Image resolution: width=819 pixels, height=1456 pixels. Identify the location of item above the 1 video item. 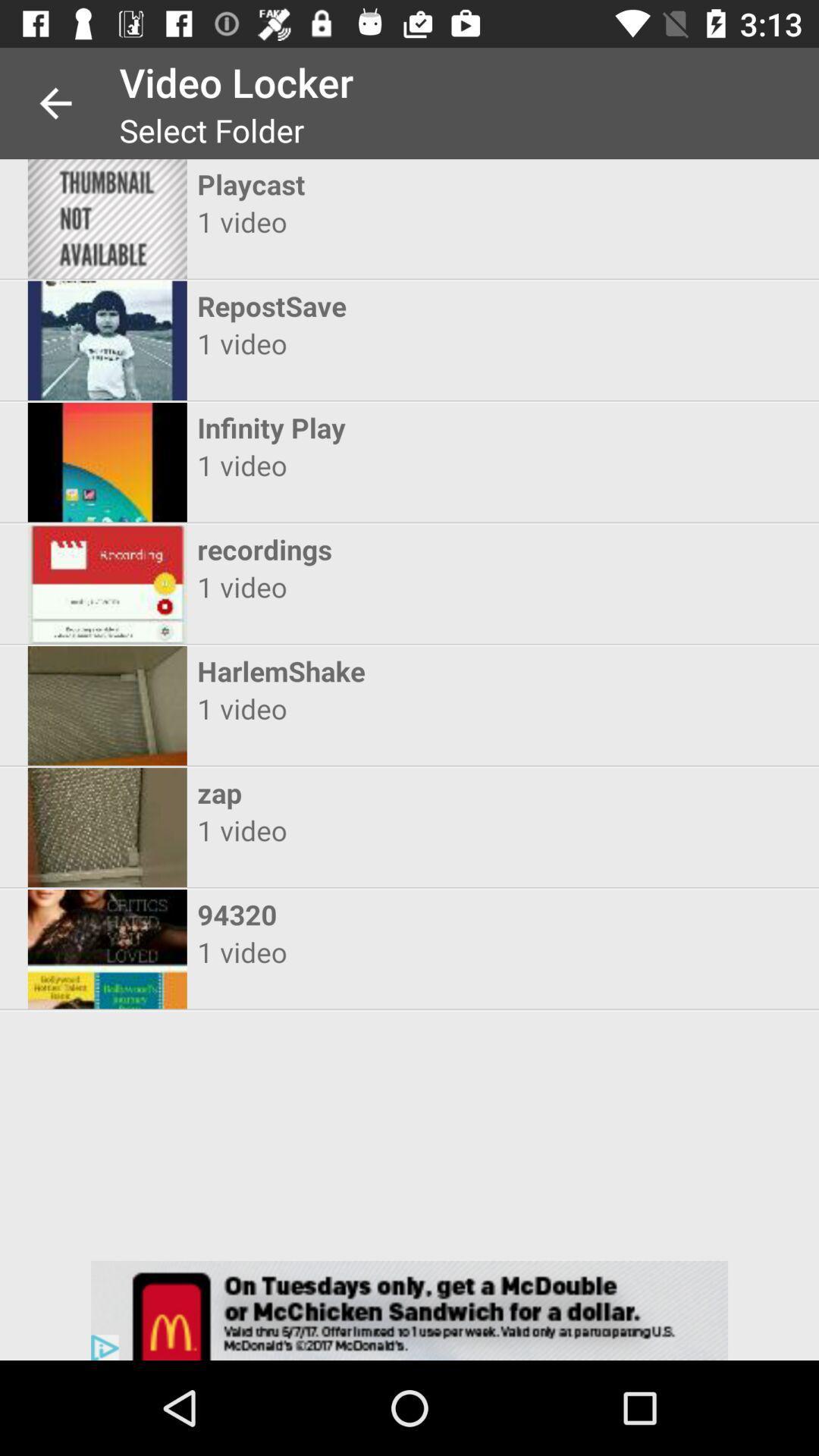
(395, 792).